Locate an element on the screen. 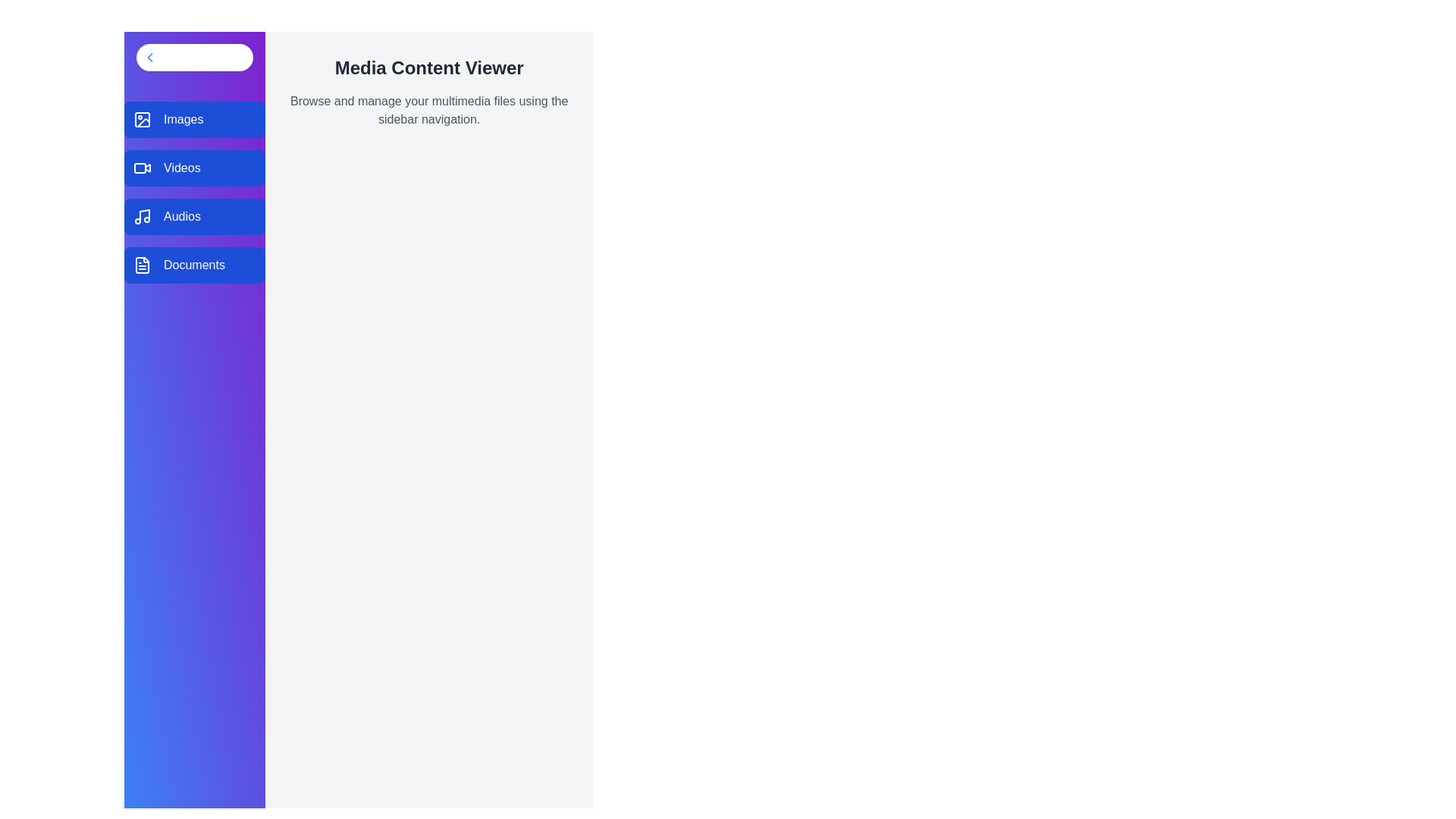 Image resolution: width=1456 pixels, height=819 pixels. the sidebar option corresponding to Documents is located at coordinates (194, 265).